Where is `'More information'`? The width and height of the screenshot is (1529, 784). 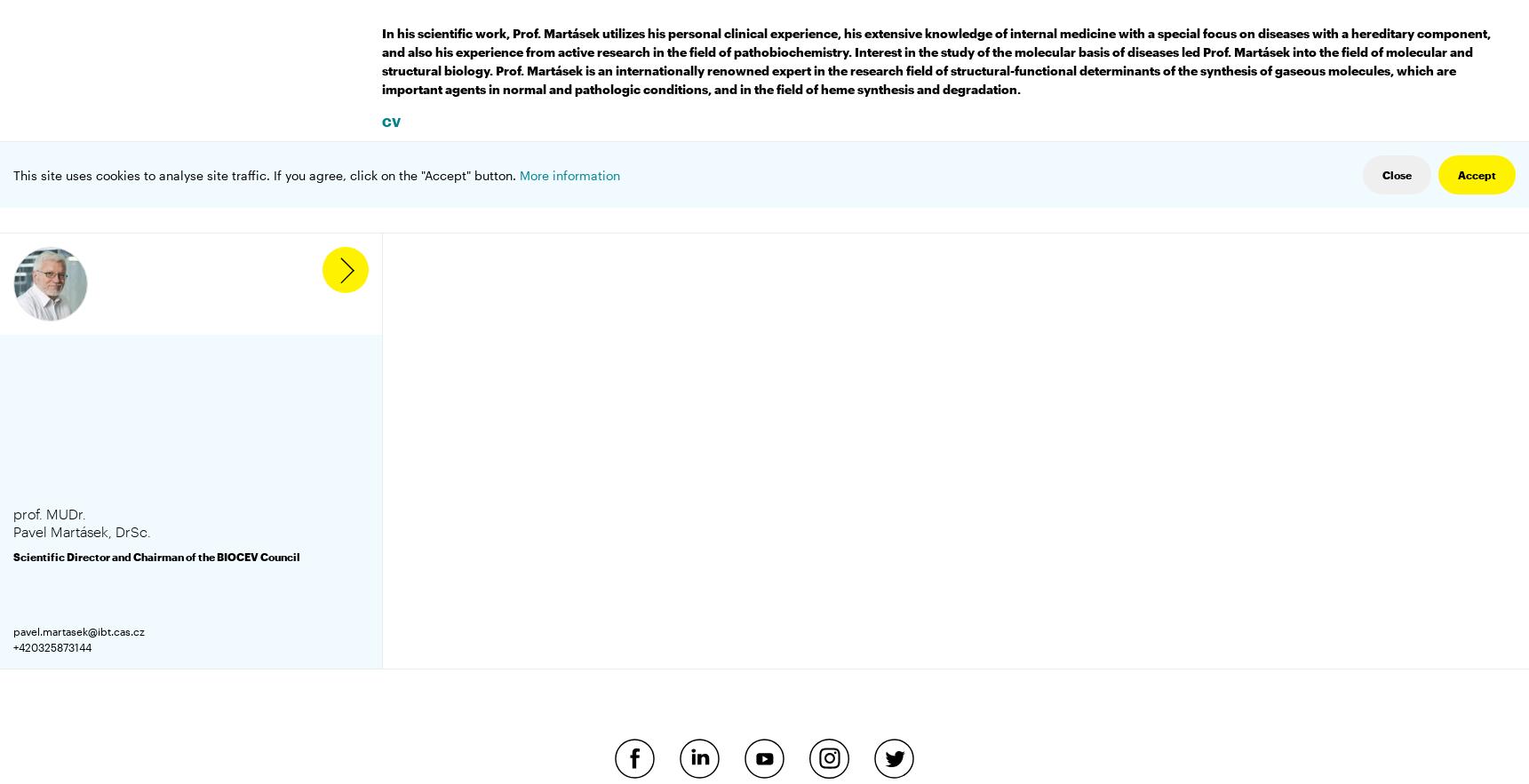 'More information' is located at coordinates (569, 173).